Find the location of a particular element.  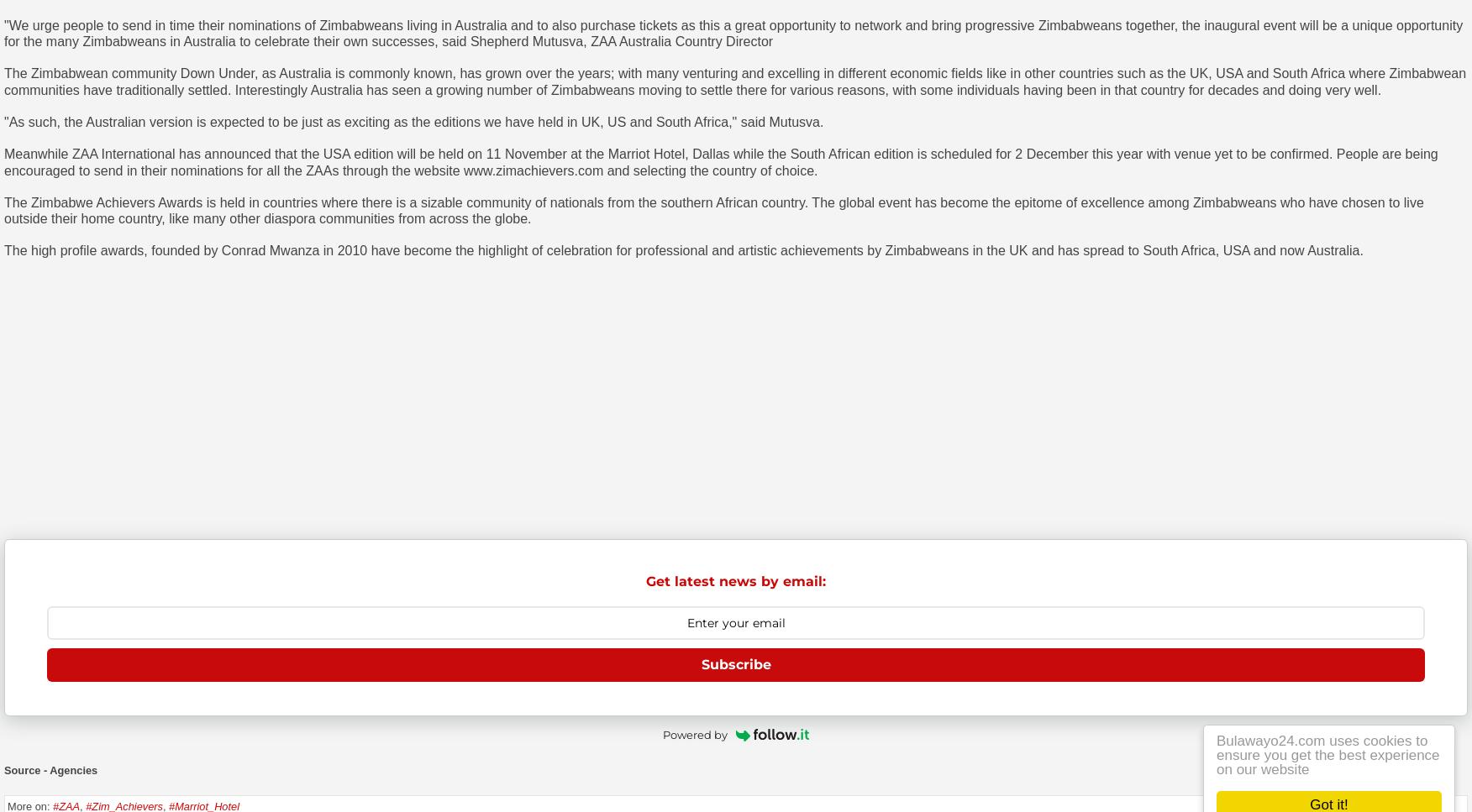

'"As such, the Australian version is expected to be just as exciting as the editions we have held in UK, US and South Africa," said Mutusva.' is located at coordinates (413, 120).